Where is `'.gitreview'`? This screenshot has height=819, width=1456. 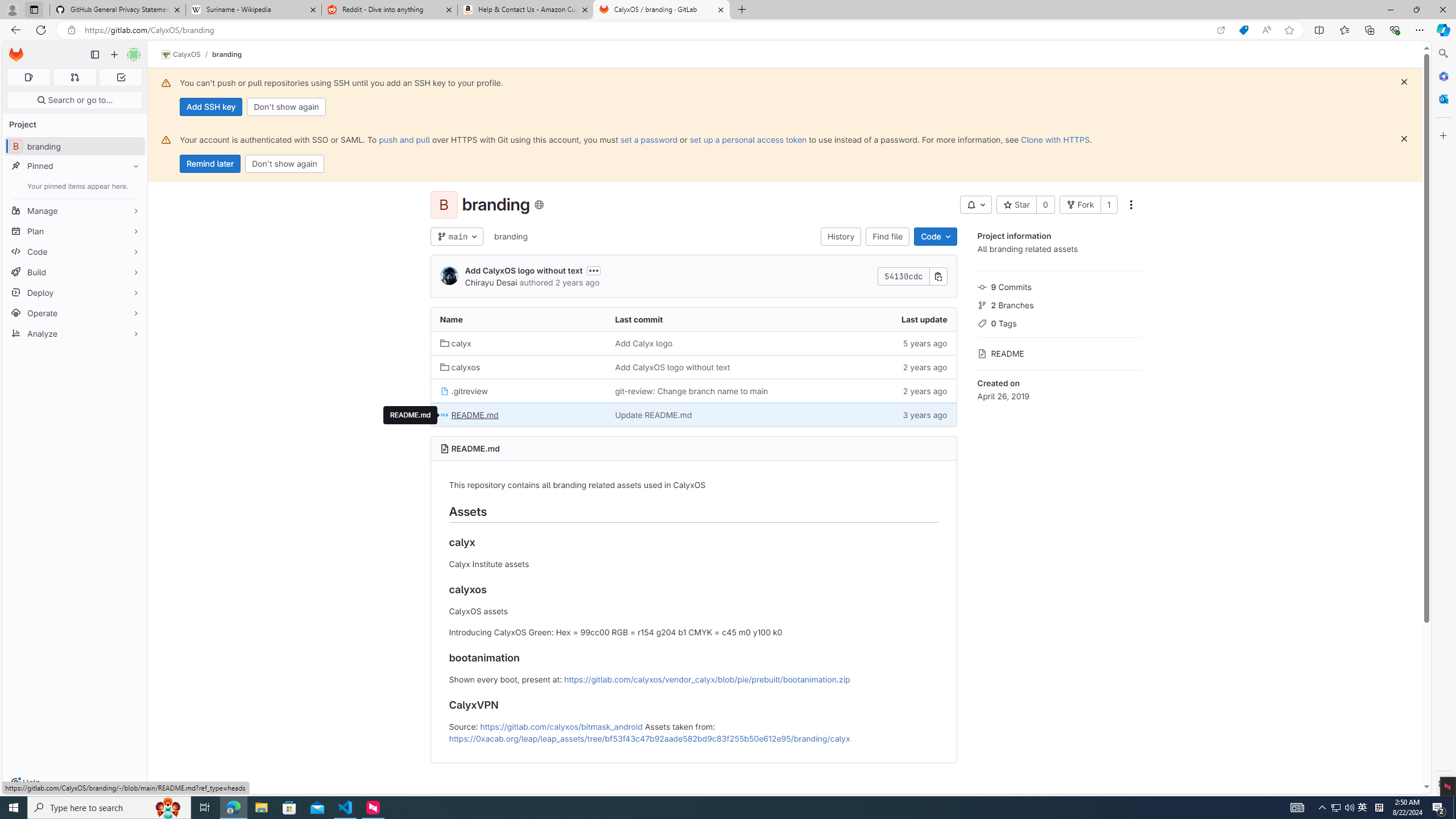
'.gitreview' is located at coordinates (518, 390).